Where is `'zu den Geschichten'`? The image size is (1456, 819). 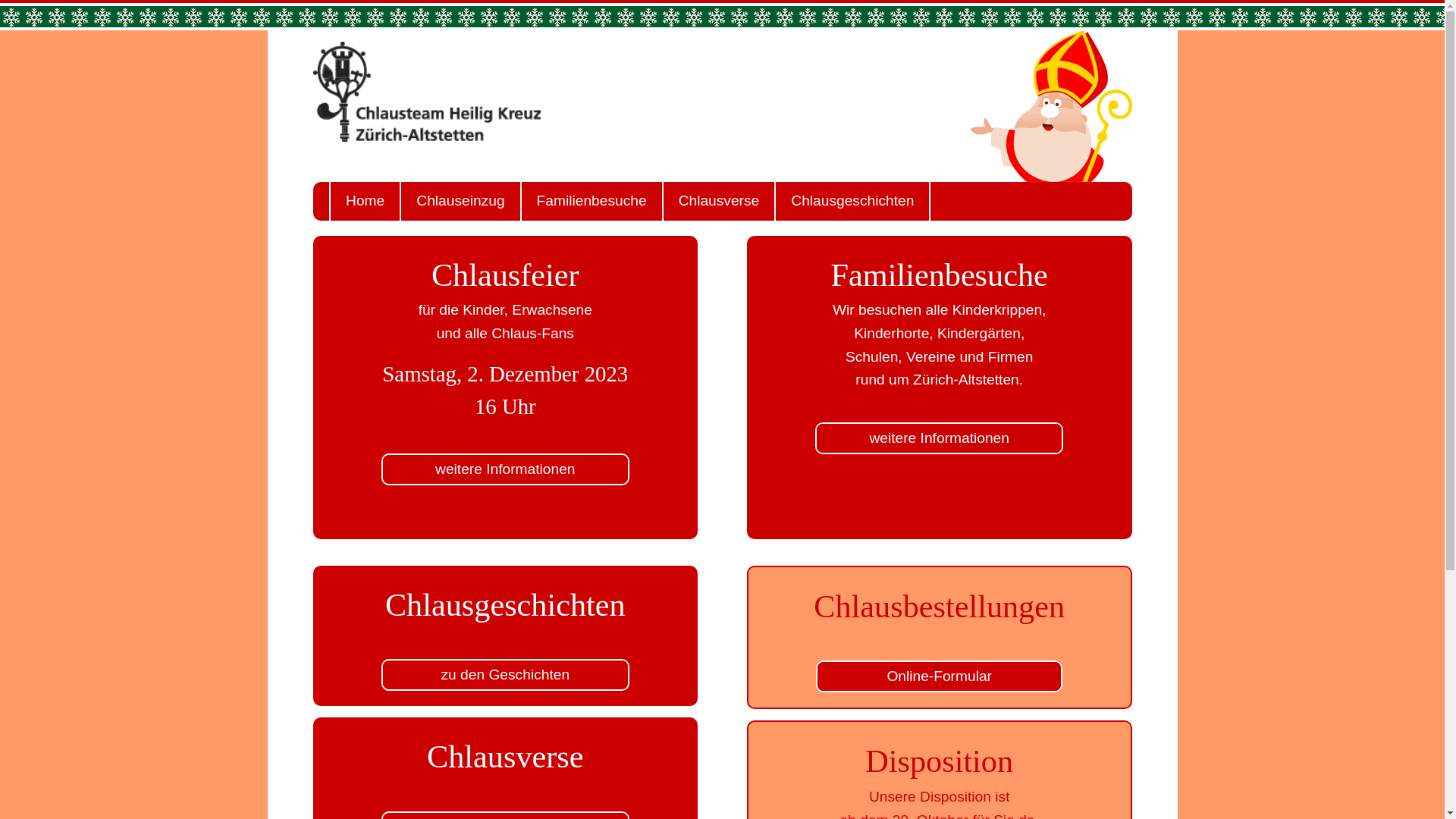 'zu den Geschichten' is located at coordinates (505, 674).